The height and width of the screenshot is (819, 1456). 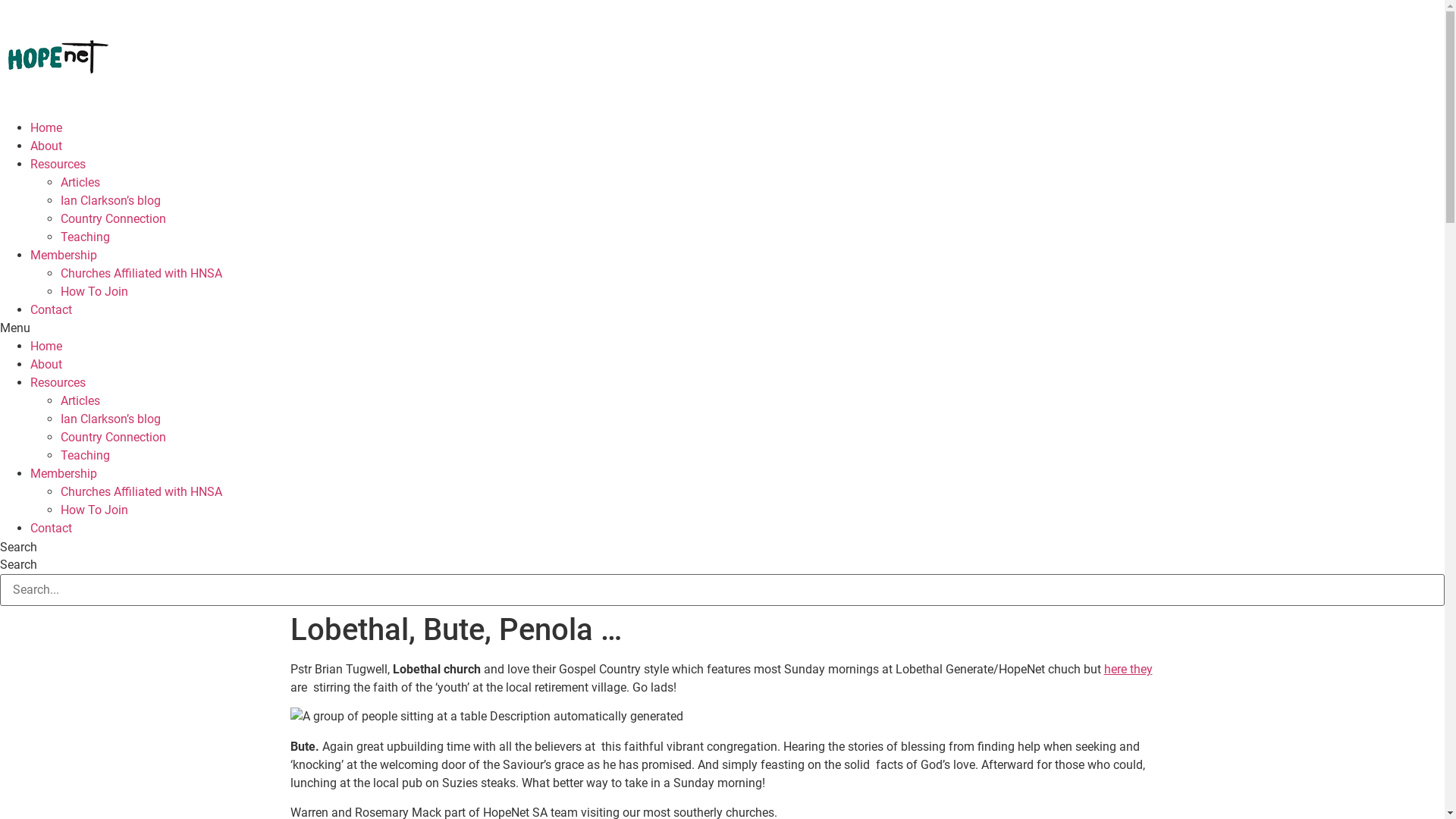 I want to click on 'About', so click(x=46, y=146).